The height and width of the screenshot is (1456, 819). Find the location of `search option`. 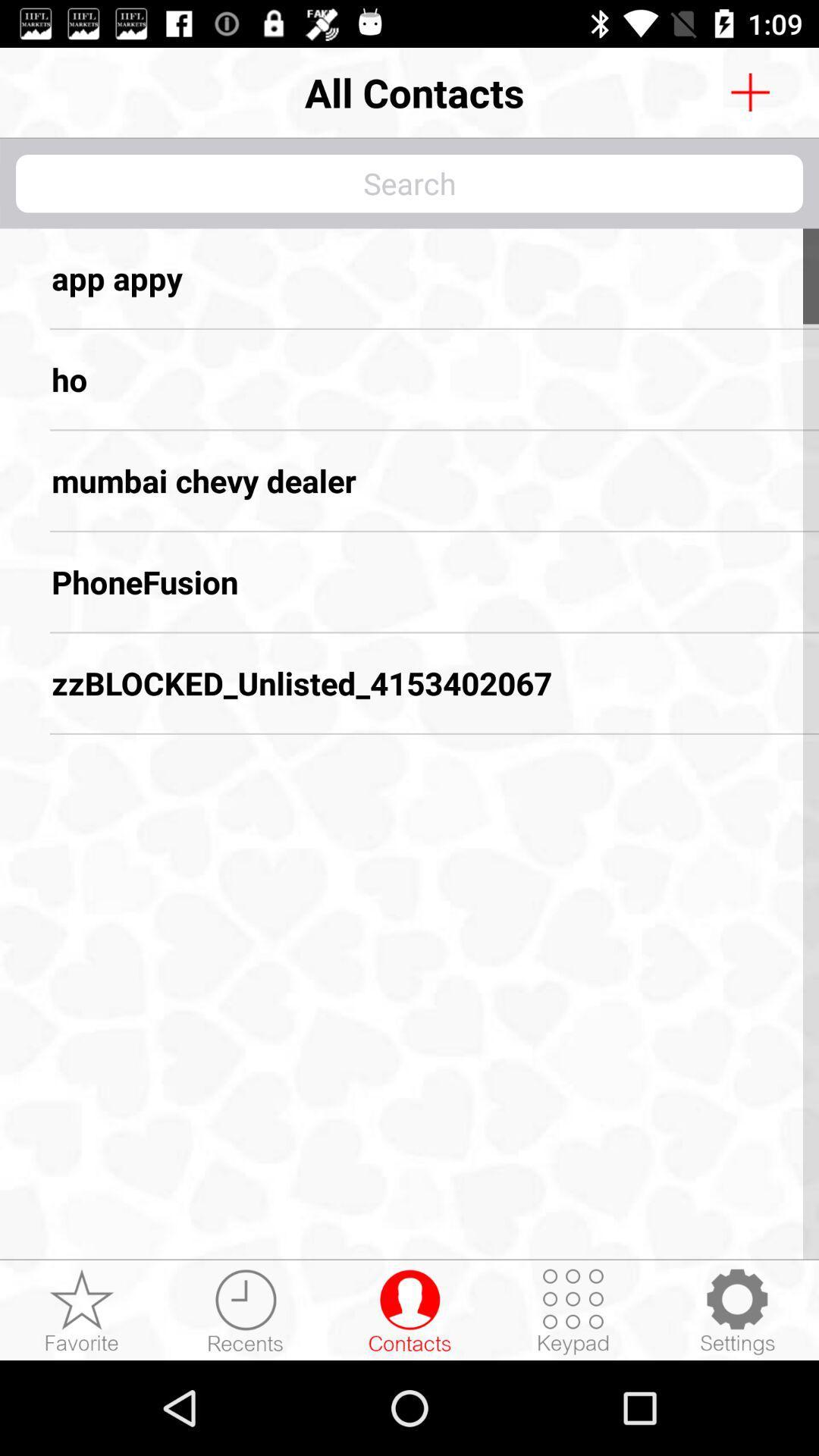

search option is located at coordinates (749, 91).